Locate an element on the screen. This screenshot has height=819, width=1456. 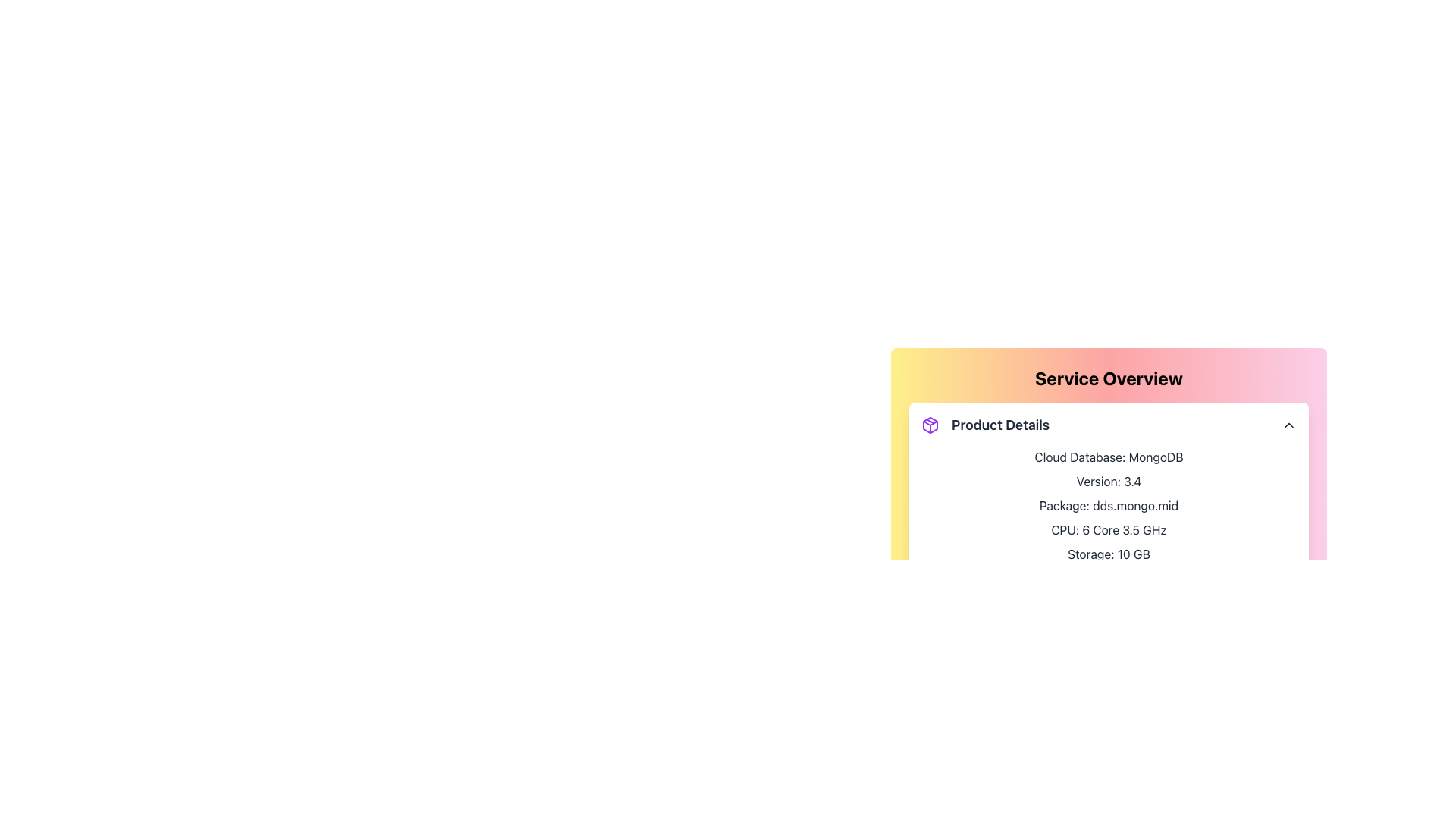
the informational label displaying 'Cloud Database' named 'MongoDB', which is the first item in the specifications list under 'Product Details' is located at coordinates (1109, 456).